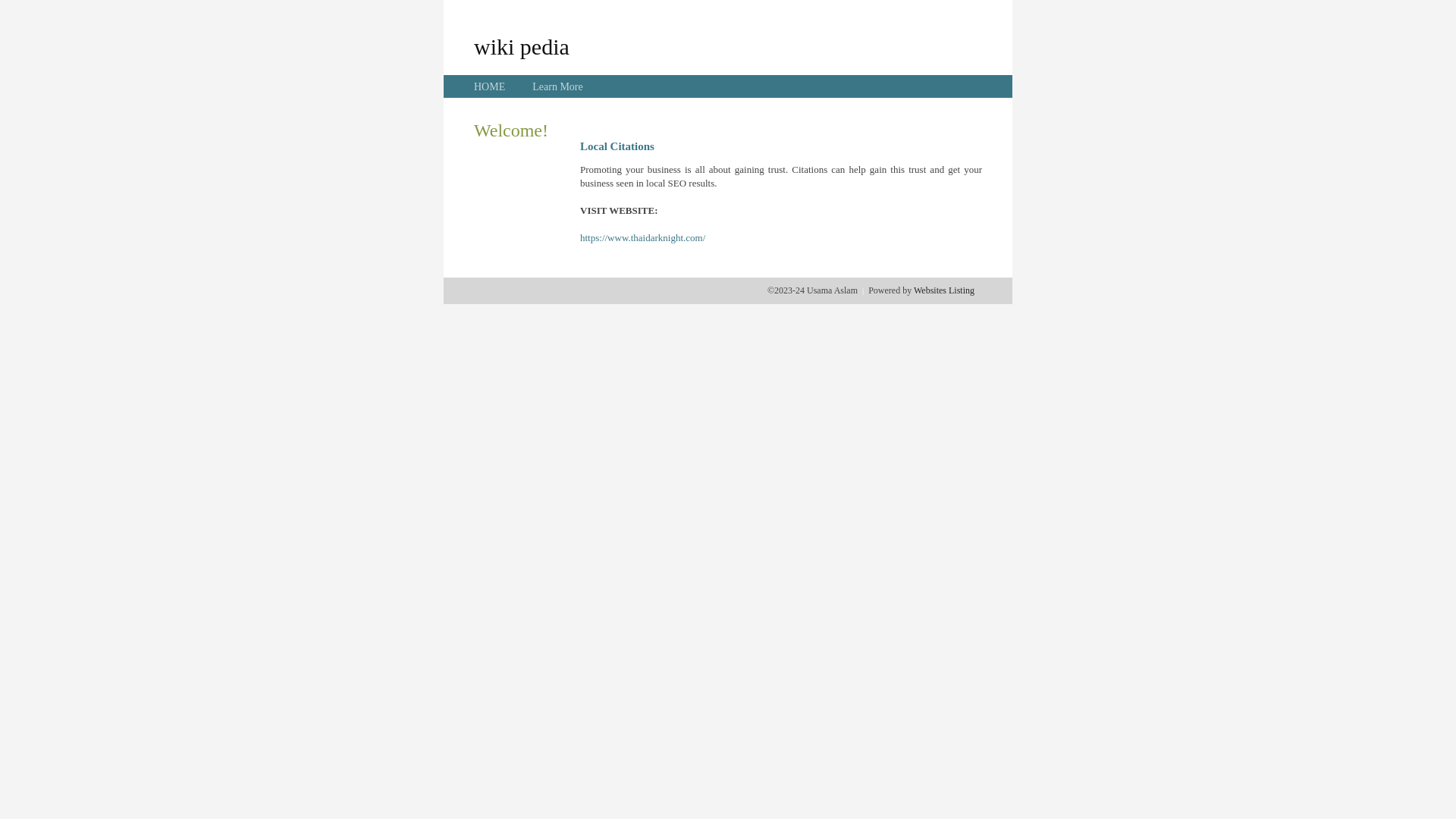 The width and height of the screenshot is (1456, 819). What do you see at coordinates (521, 45) in the screenshot?
I see `'wiki pedia'` at bounding box center [521, 45].